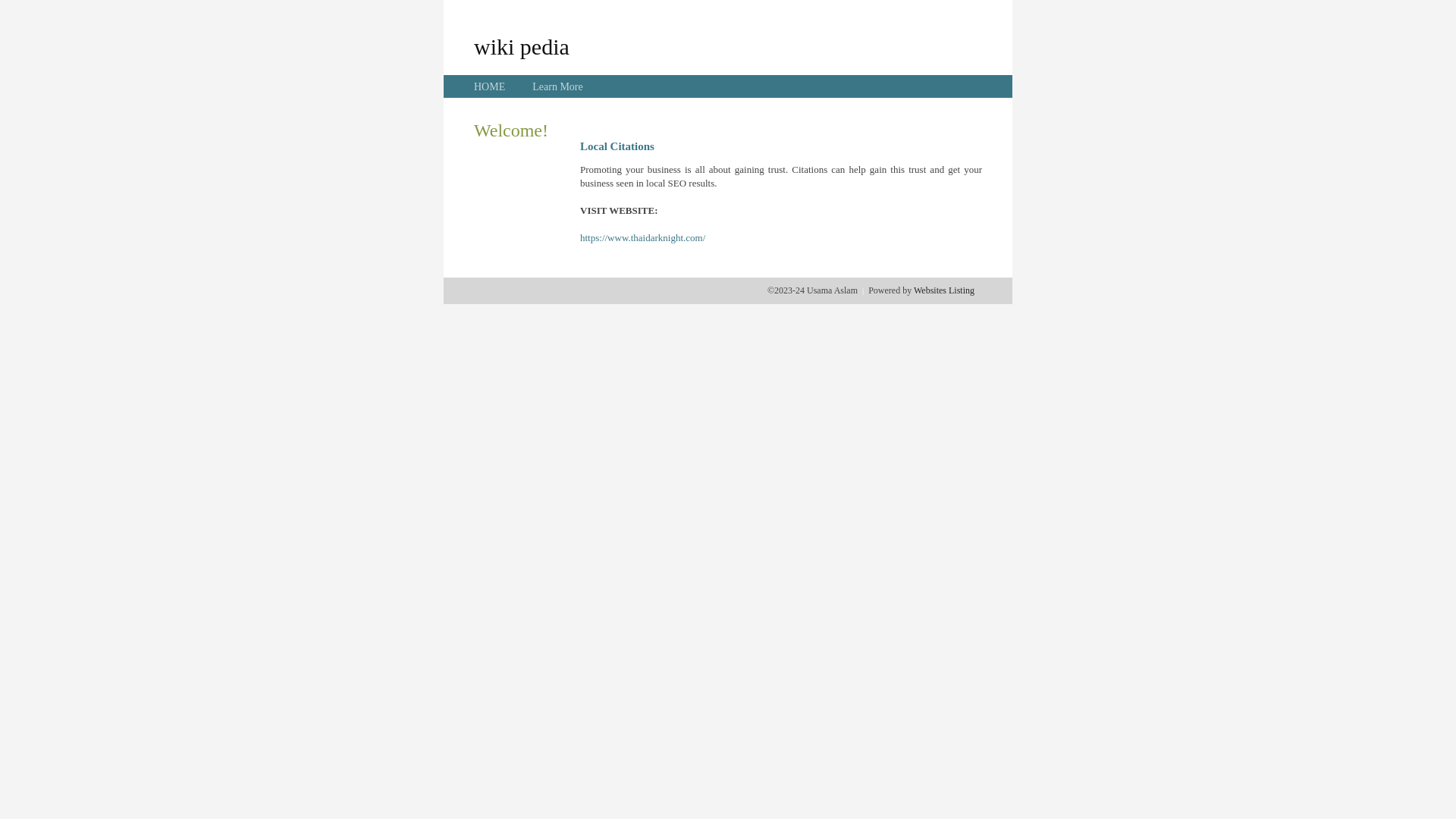 The width and height of the screenshot is (1456, 819). What do you see at coordinates (521, 45) in the screenshot?
I see `'wiki pedia'` at bounding box center [521, 45].